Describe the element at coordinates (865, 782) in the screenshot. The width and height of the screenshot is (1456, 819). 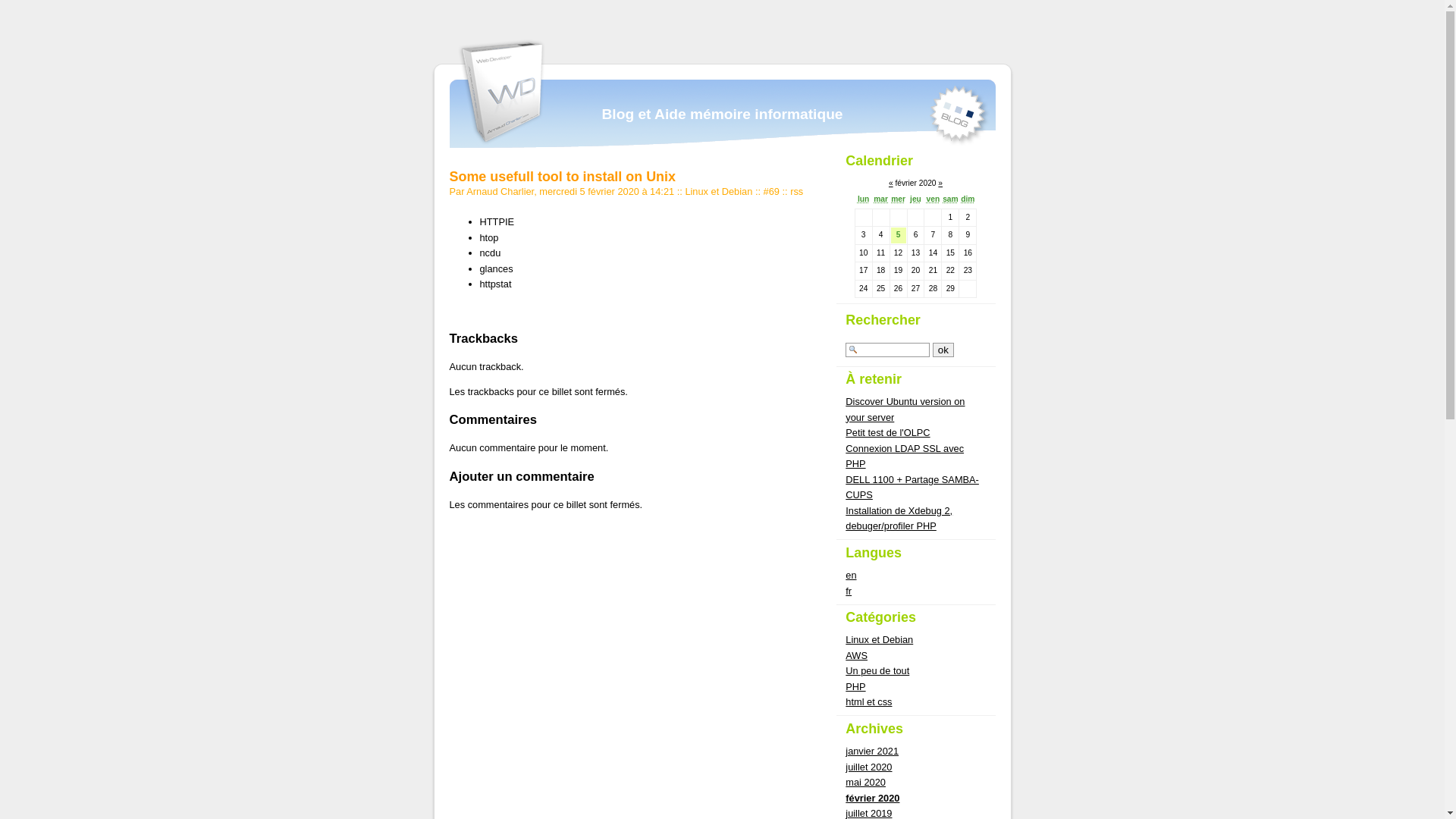
I see `'mai 2020'` at that location.